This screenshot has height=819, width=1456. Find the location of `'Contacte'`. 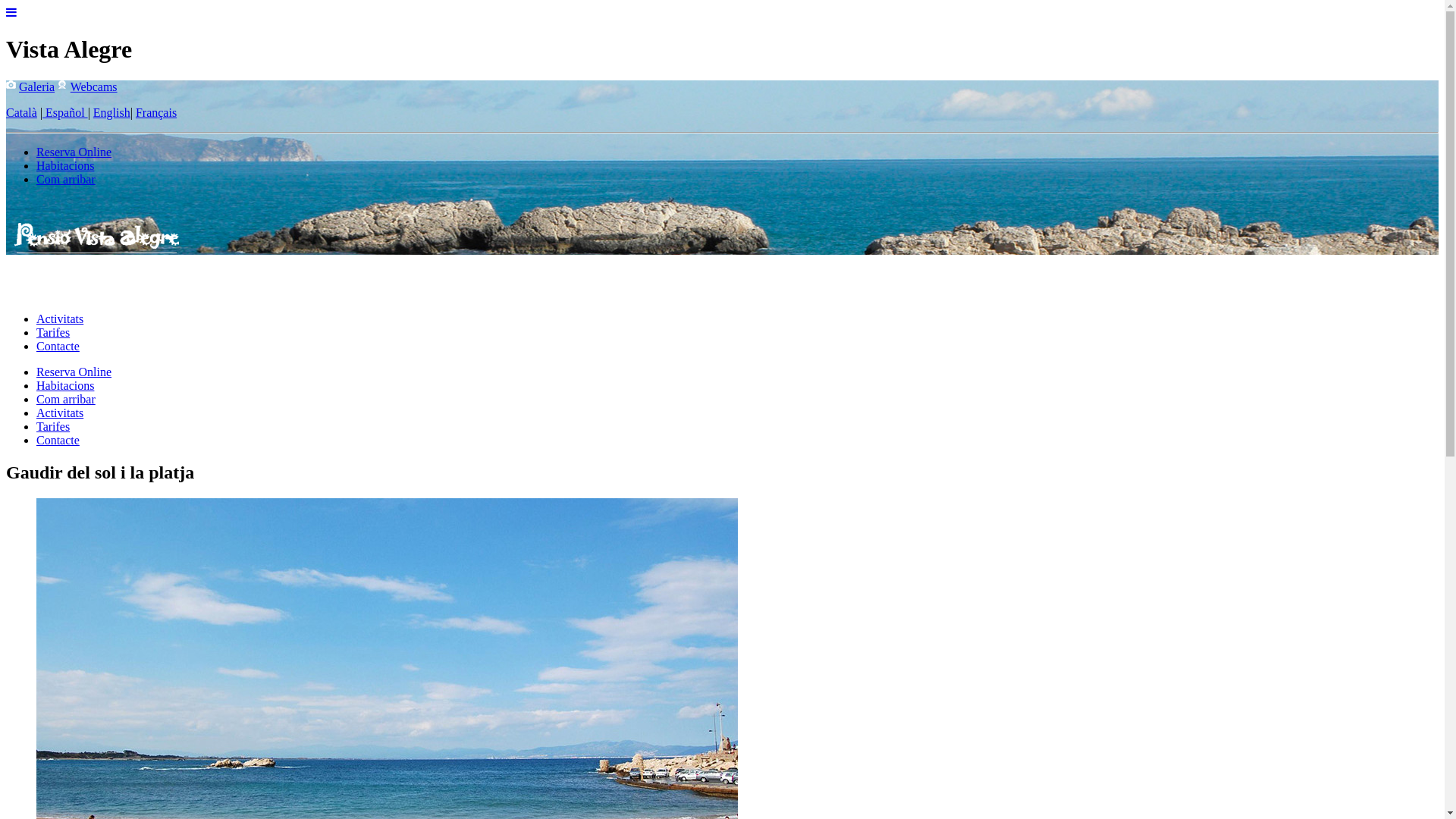

'Contacte' is located at coordinates (58, 346).